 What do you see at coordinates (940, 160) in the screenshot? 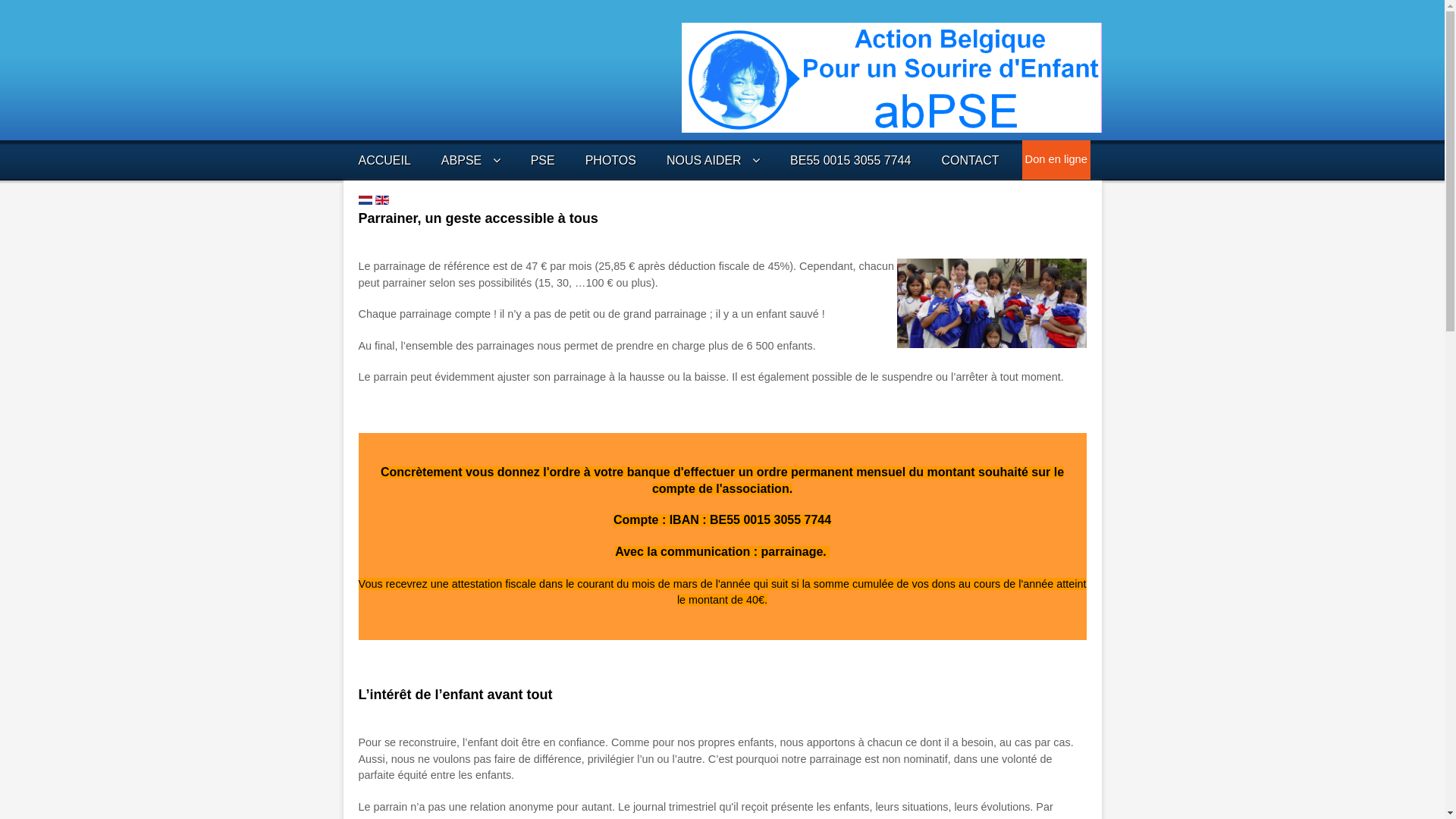
I see `'CONTACT'` at bounding box center [940, 160].